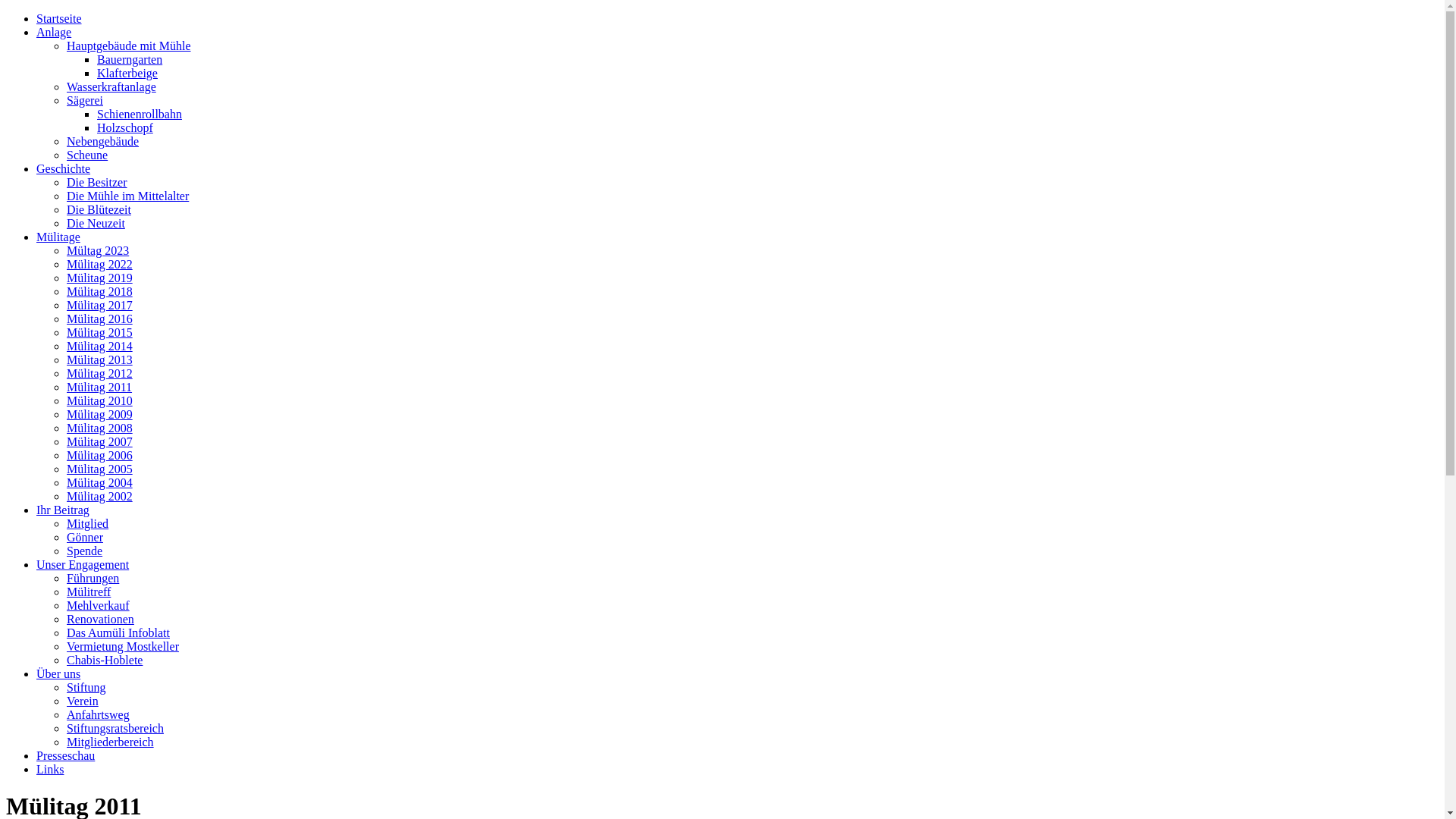 This screenshot has width=1456, height=819. What do you see at coordinates (115, 727) in the screenshot?
I see `'Stiftungsratsbereich'` at bounding box center [115, 727].